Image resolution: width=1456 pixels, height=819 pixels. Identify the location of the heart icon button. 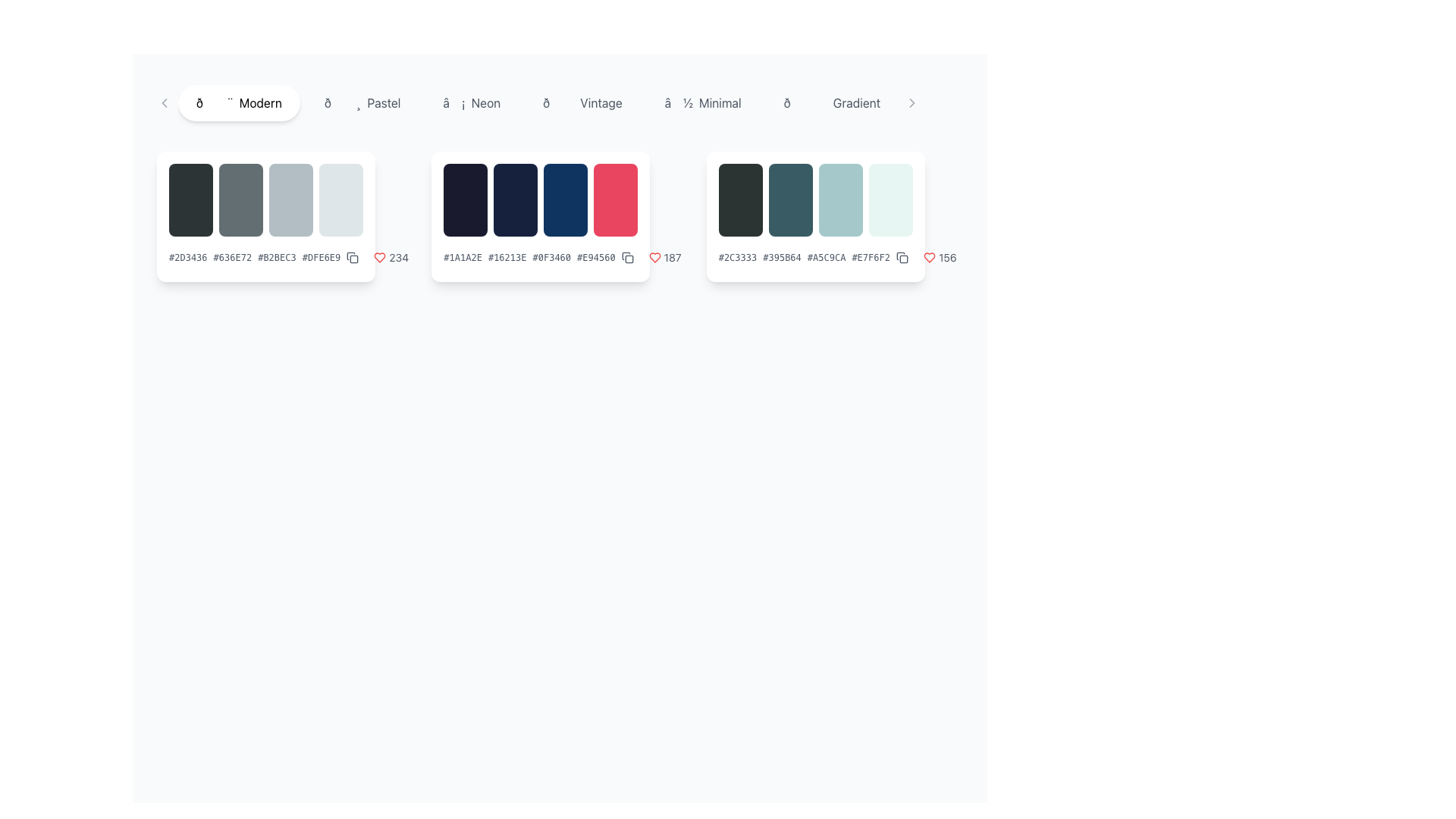
(654, 256).